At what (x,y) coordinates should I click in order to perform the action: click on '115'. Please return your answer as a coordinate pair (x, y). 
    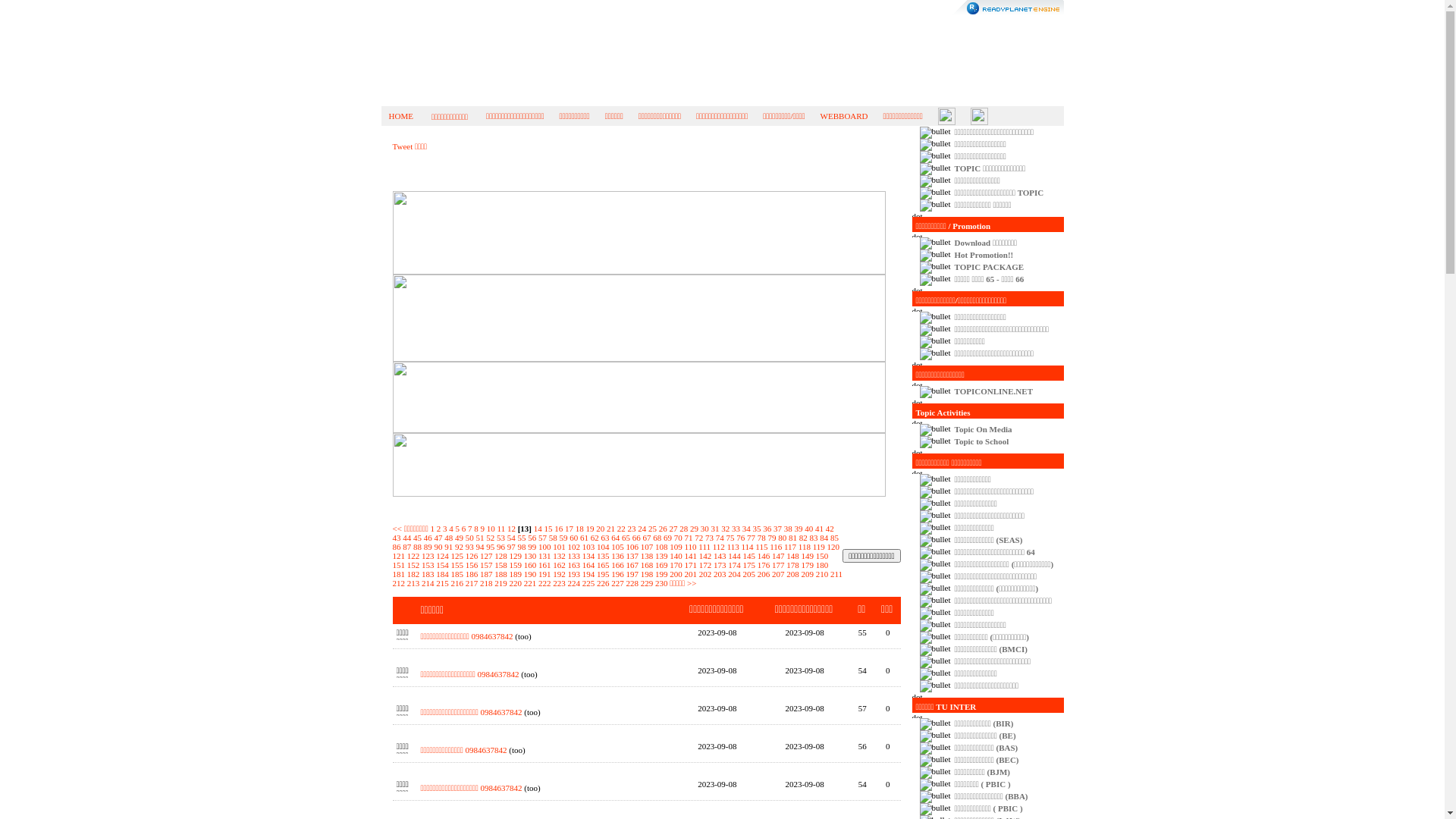
    Looking at the image, I should click on (761, 547).